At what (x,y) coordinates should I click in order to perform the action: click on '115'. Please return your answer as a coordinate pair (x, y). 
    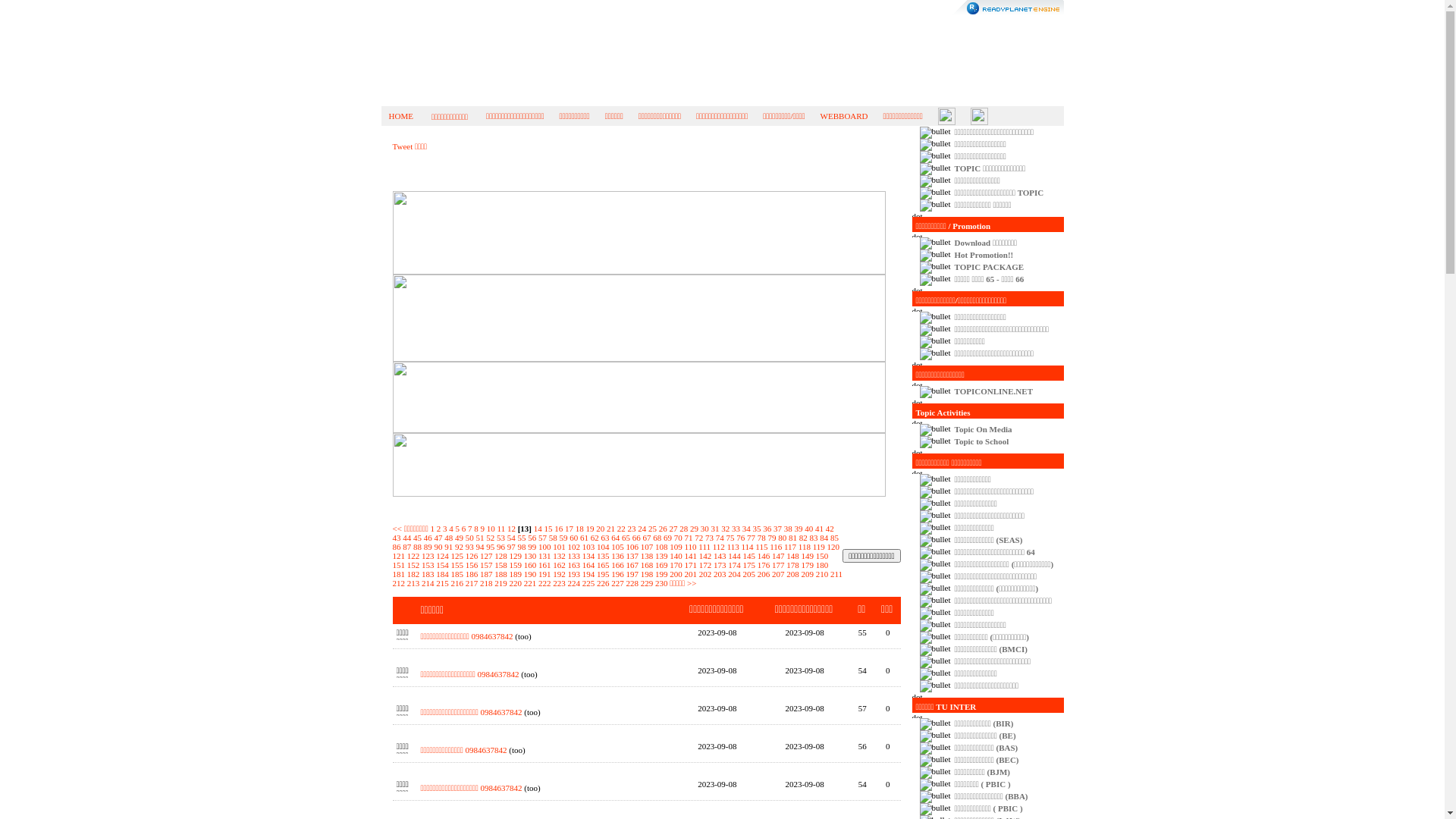
    Looking at the image, I should click on (761, 547).